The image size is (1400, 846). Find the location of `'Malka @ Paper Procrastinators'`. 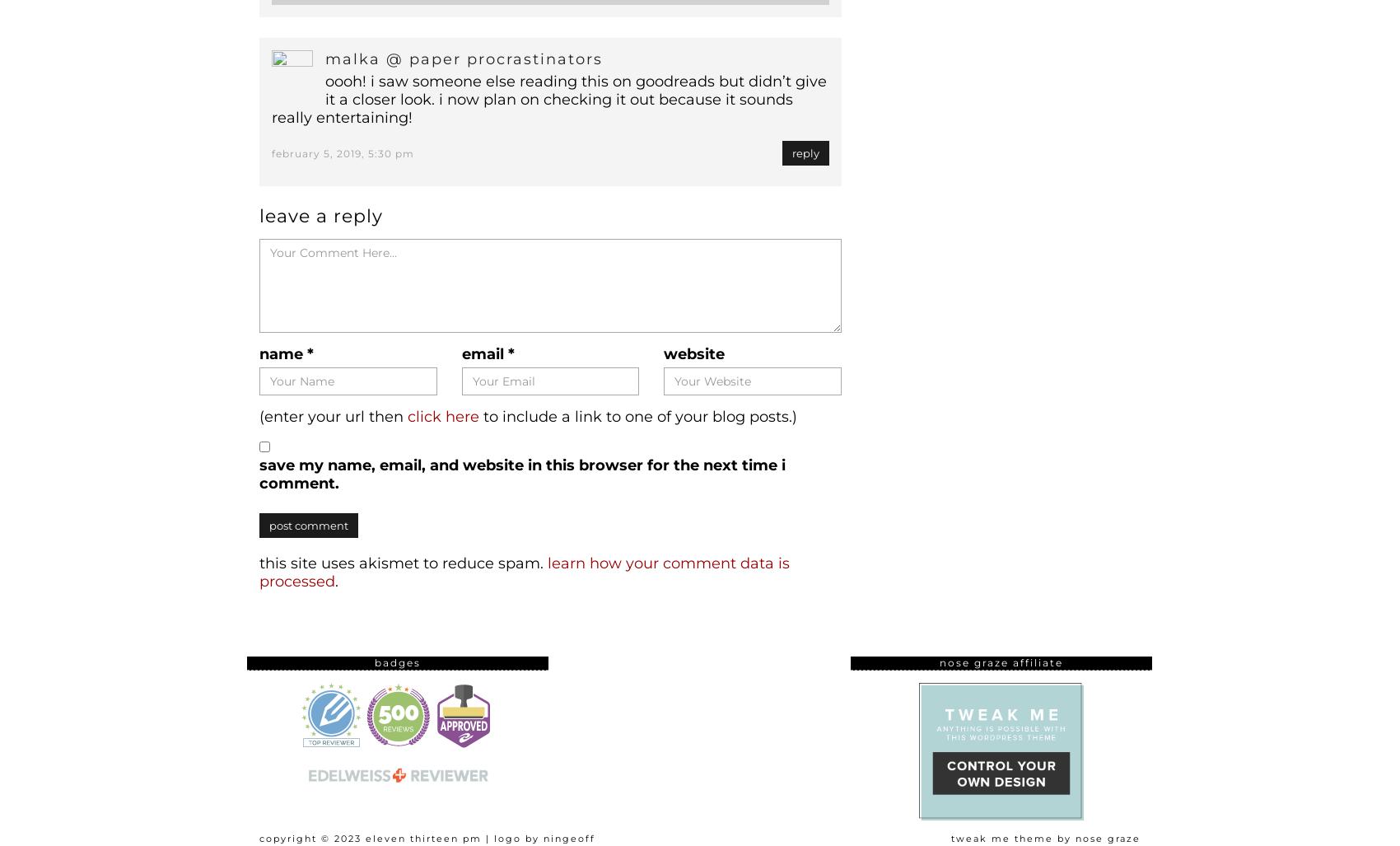

'Malka @ Paper Procrastinators' is located at coordinates (324, 57).